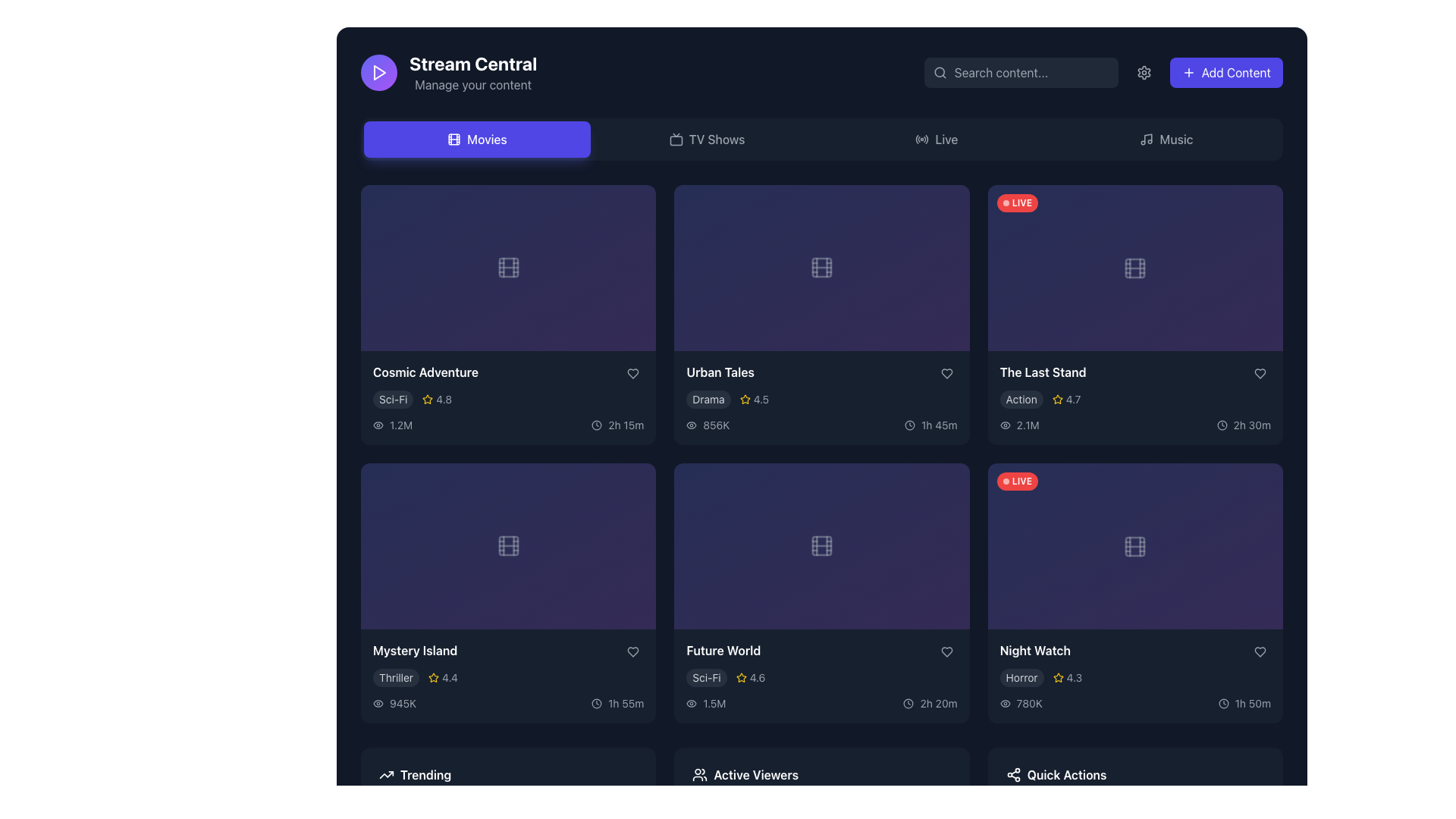 Image resolution: width=1456 pixels, height=819 pixels. I want to click on the clock icon located at the bottom-right section of 'The Last Stand' card, which is visually associated with the text label '2h 30m', so click(1222, 425).